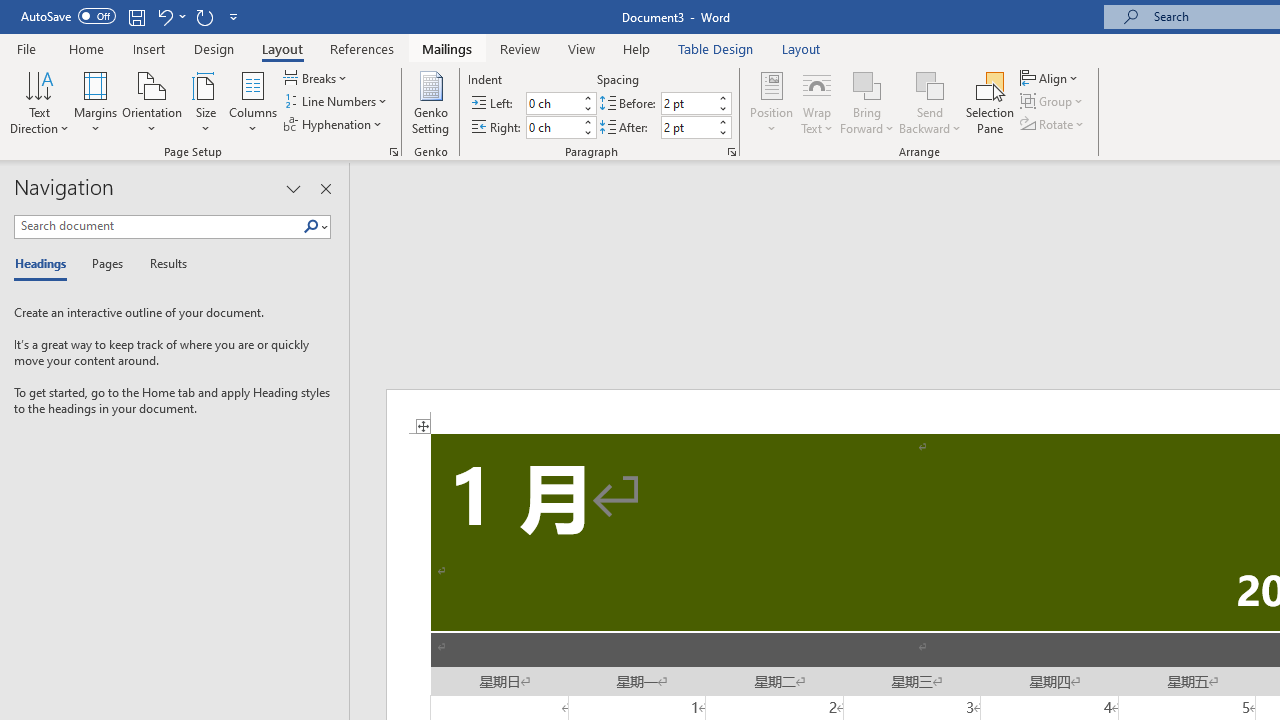 The image size is (1280, 720). What do you see at coordinates (45, 264) in the screenshot?
I see `'Headings'` at bounding box center [45, 264].